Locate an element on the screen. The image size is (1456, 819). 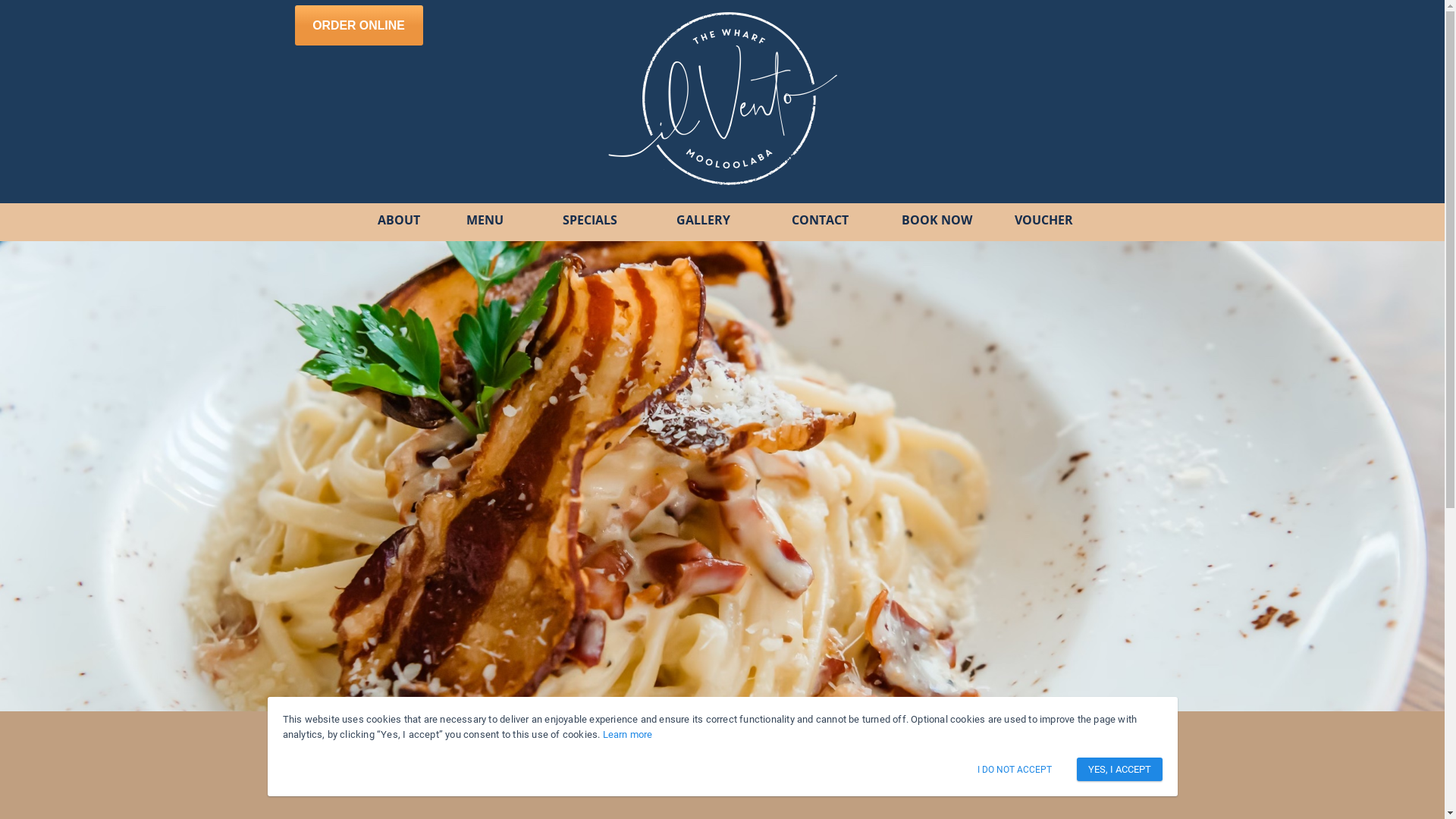
'BOOK NOW' is located at coordinates (895, 220).